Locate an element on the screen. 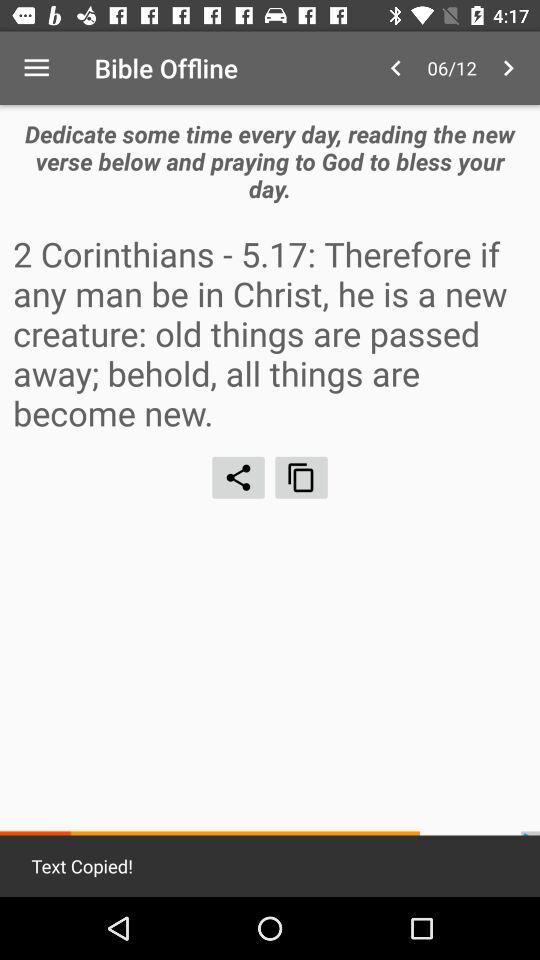  icon next to bible offline item is located at coordinates (36, 68).